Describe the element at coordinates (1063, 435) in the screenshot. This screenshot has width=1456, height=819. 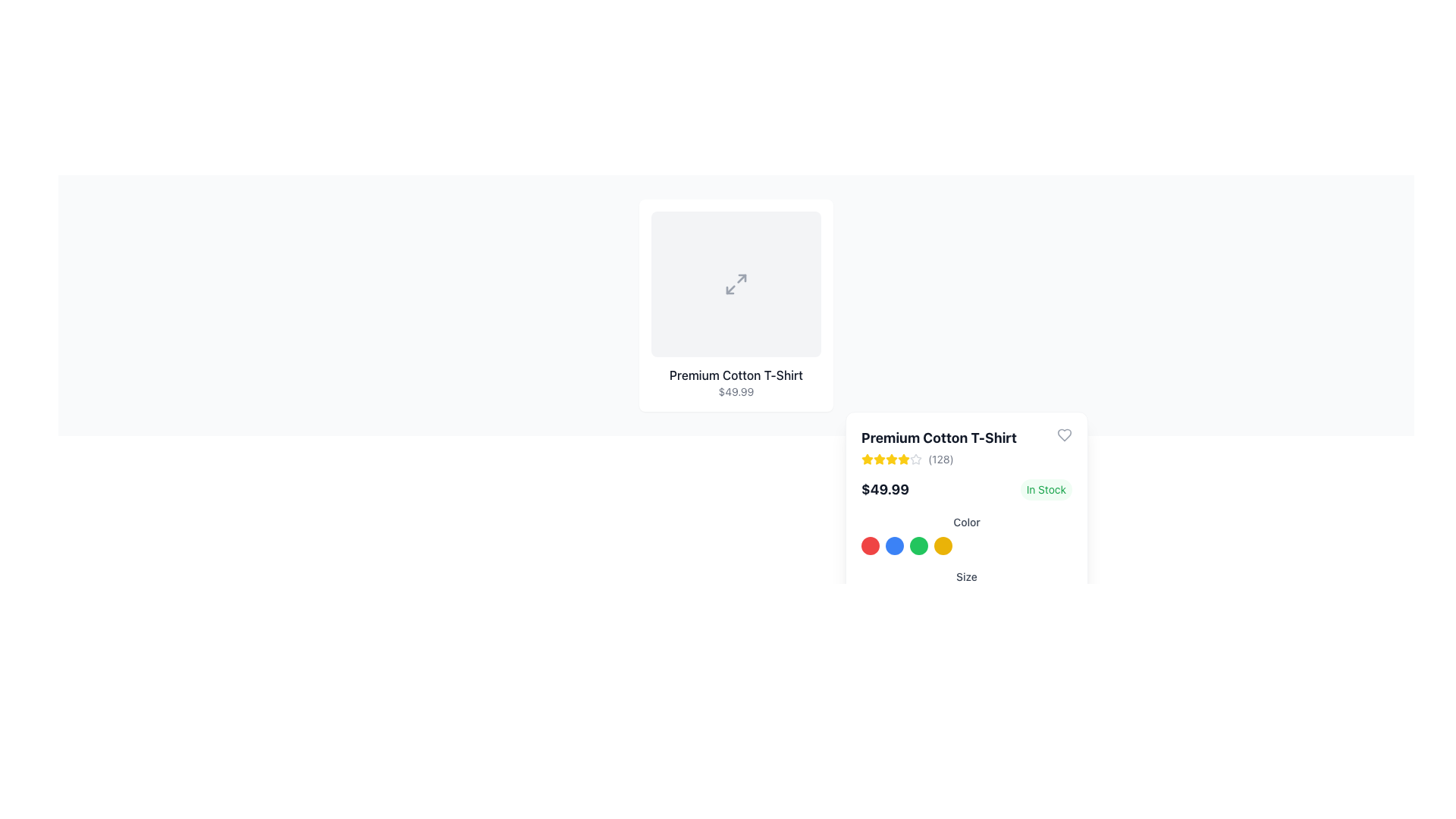
I see `the heart icon located near the top-right corner of the product details section` at that location.